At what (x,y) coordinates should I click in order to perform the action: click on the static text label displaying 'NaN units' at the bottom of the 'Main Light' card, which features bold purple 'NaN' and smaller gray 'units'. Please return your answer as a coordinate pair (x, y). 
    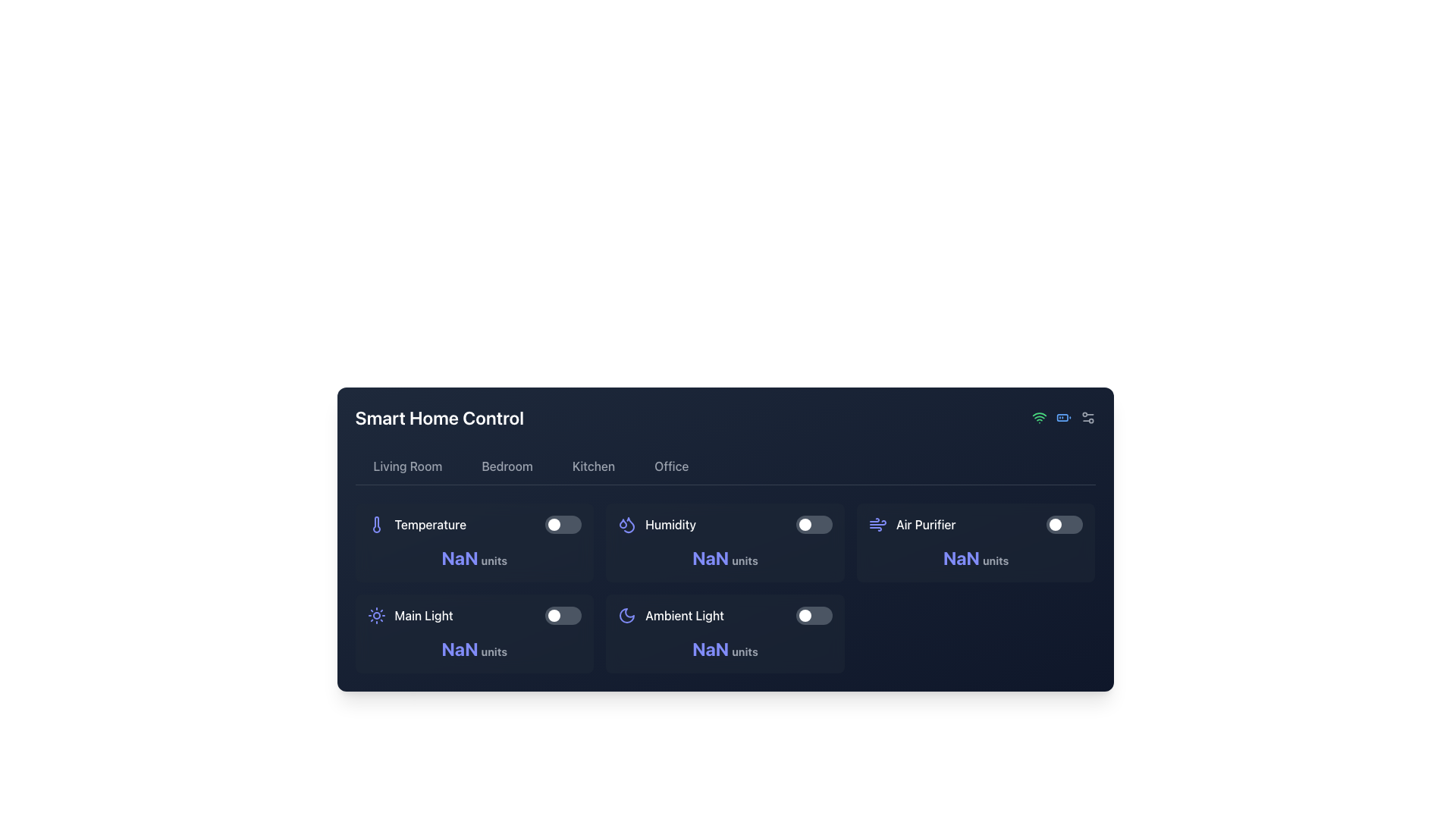
    Looking at the image, I should click on (473, 648).